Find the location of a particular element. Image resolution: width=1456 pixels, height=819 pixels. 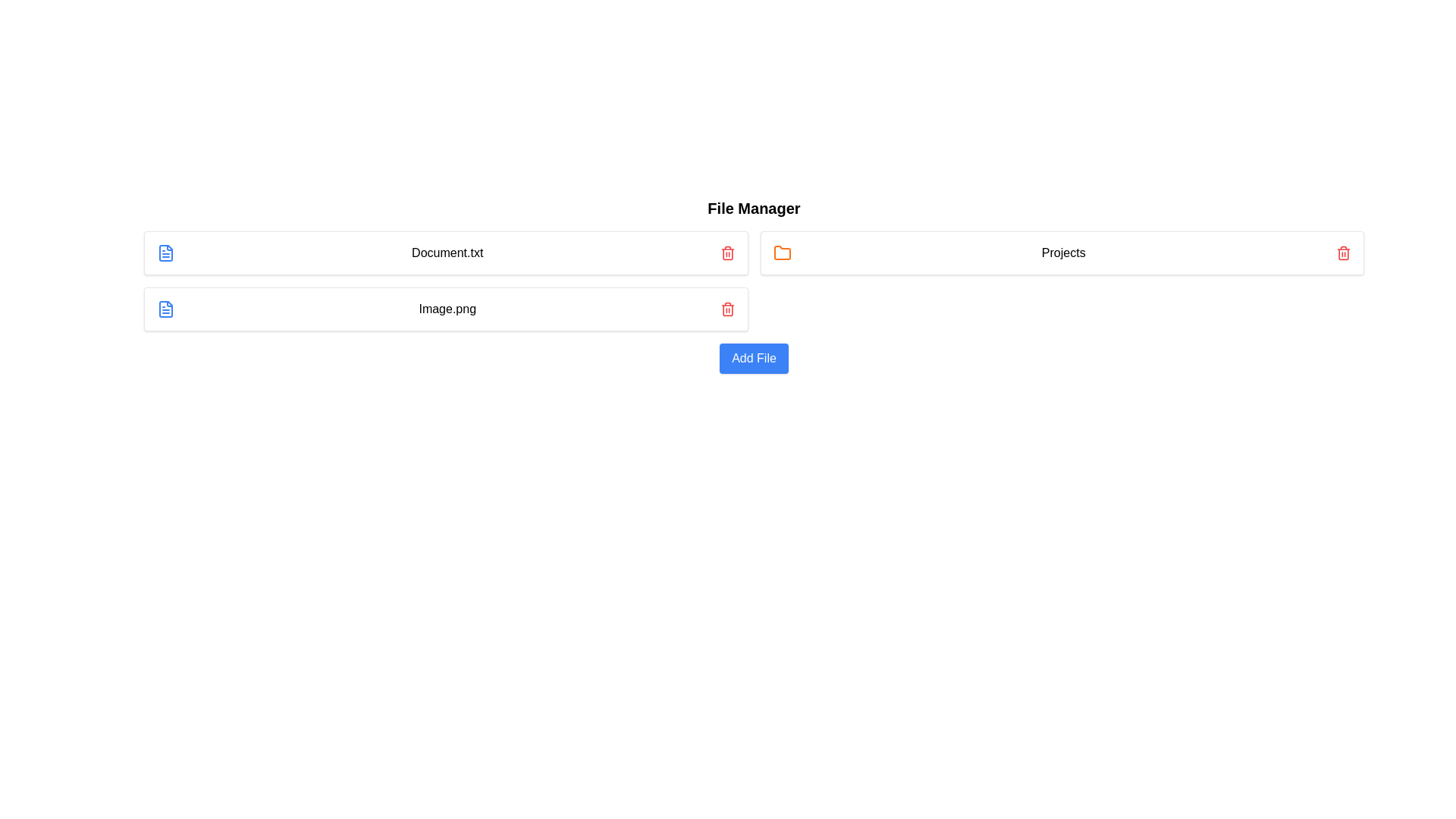

the text label displaying 'Image.png' in the file manager interface, which is centrally aligned in the second row of the file list is located at coordinates (447, 309).